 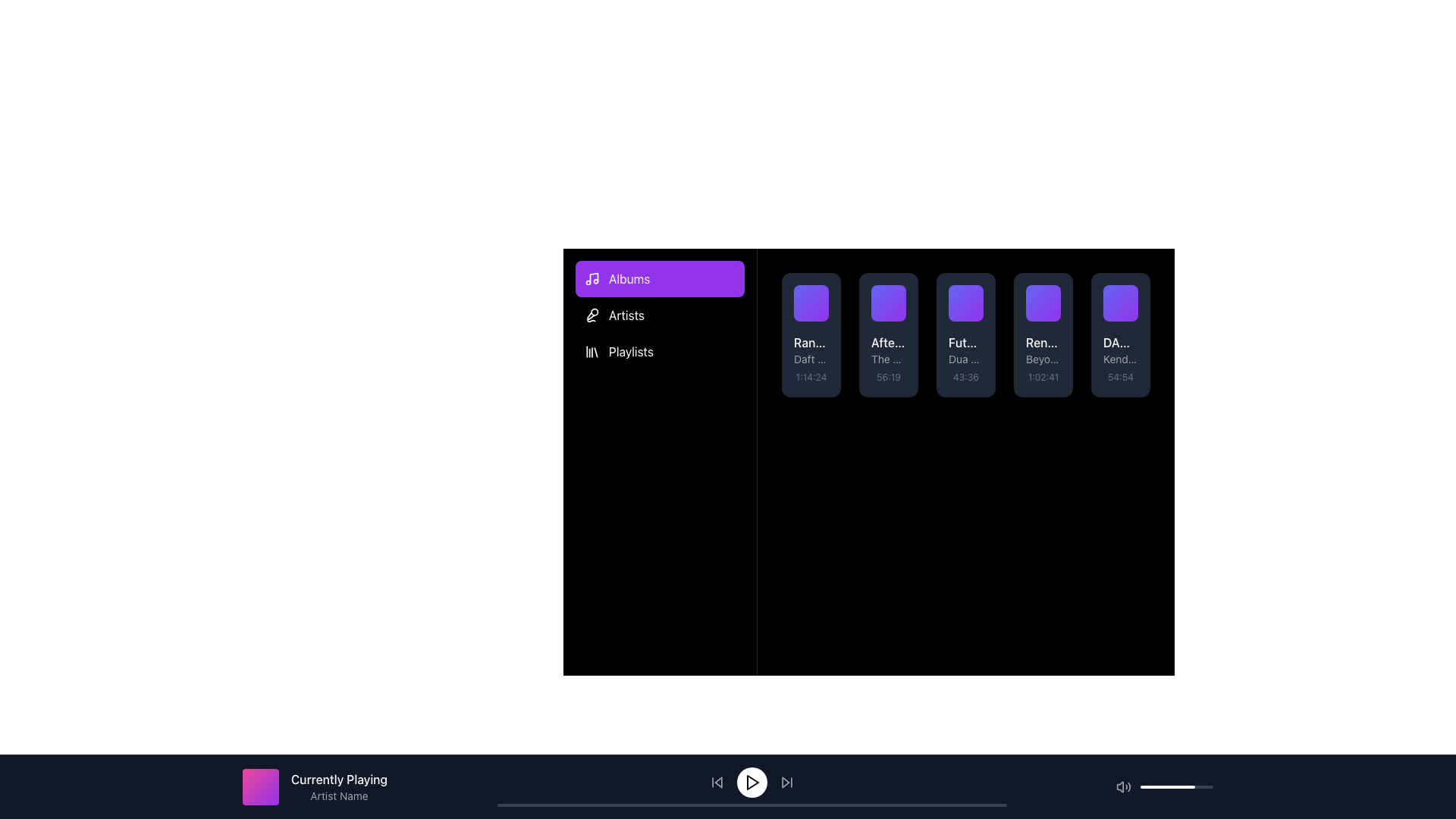 What do you see at coordinates (716, 783) in the screenshot?
I see `the backward skip button icon located at the bottom center of the interface` at bounding box center [716, 783].